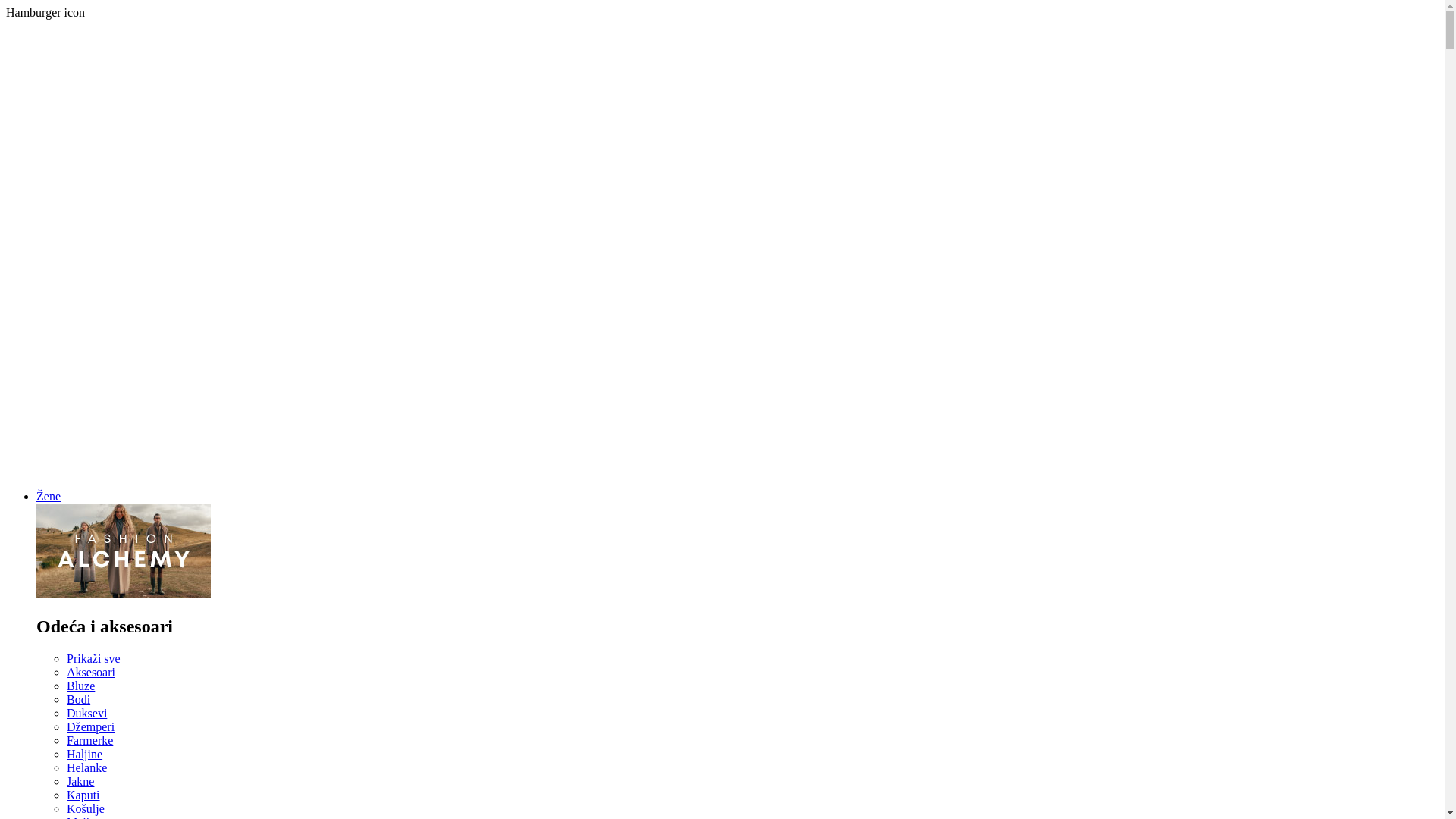 The height and width of the screenshot is (819, 1456). I want to click on 'Bodi', so click(77, 699).